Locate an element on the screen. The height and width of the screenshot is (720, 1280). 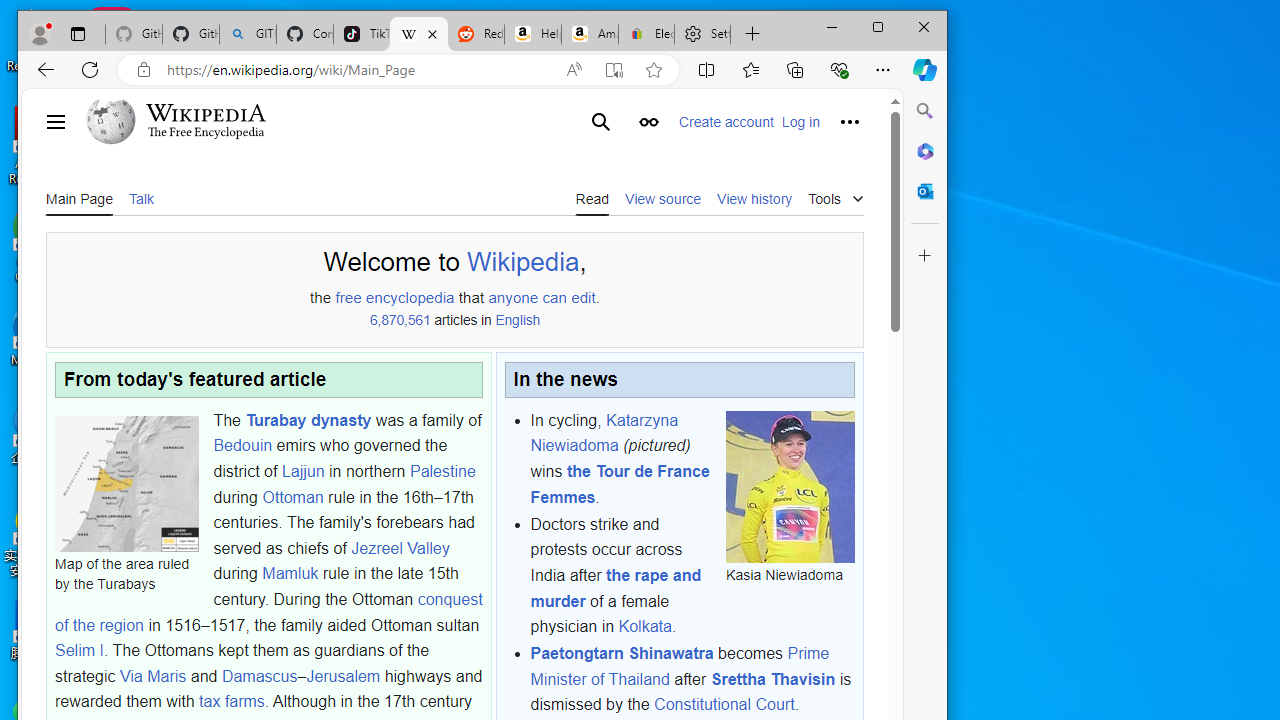
'Turabay dynasty' is located at coordinates (307, 419).